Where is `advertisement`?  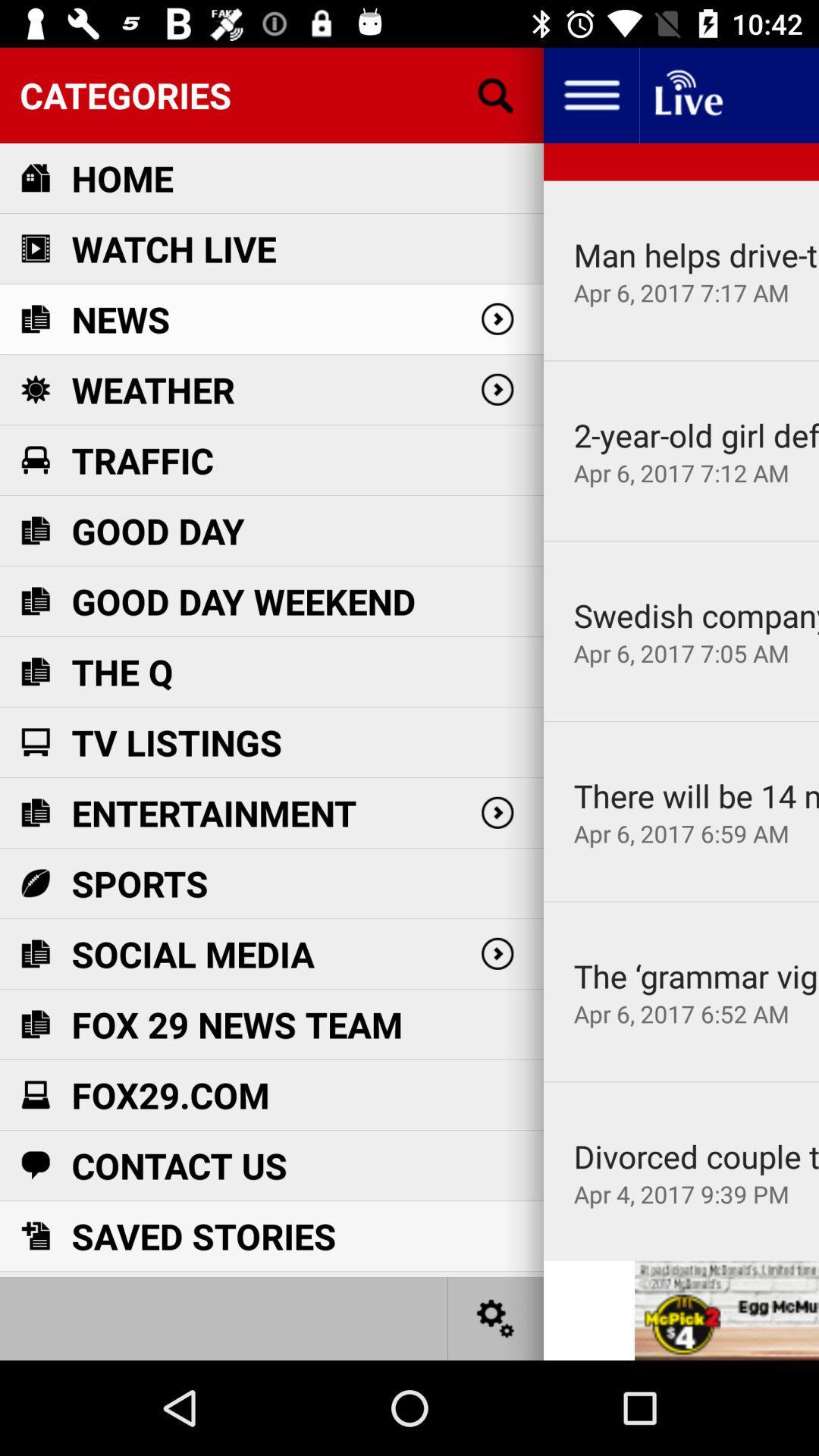
advertisement is located at coordinates (726, 1310).